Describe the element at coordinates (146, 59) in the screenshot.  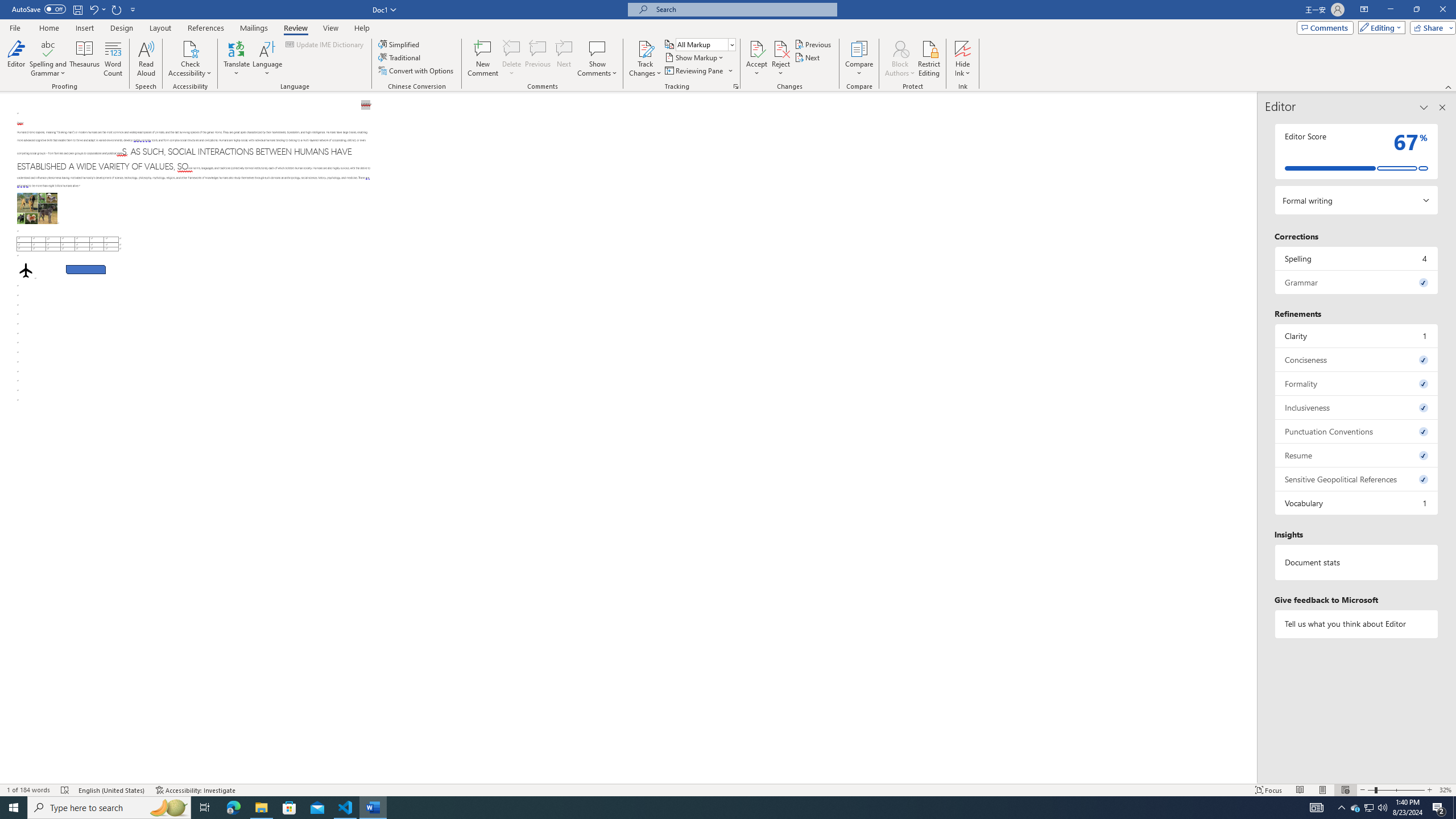
I see `'Read Aloud'` at that location.